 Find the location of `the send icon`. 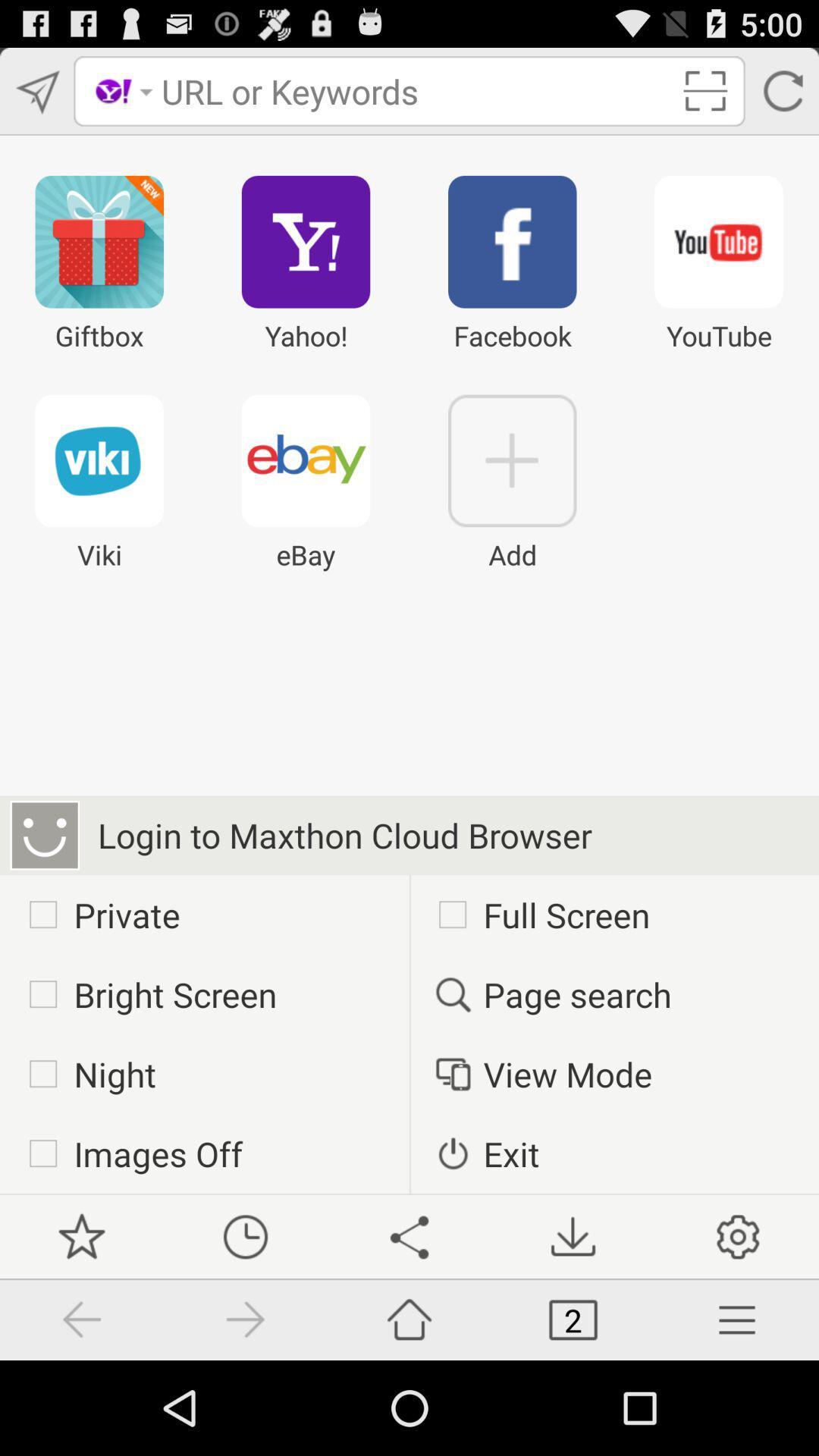

the send icon is located at coordinates (36, 97).